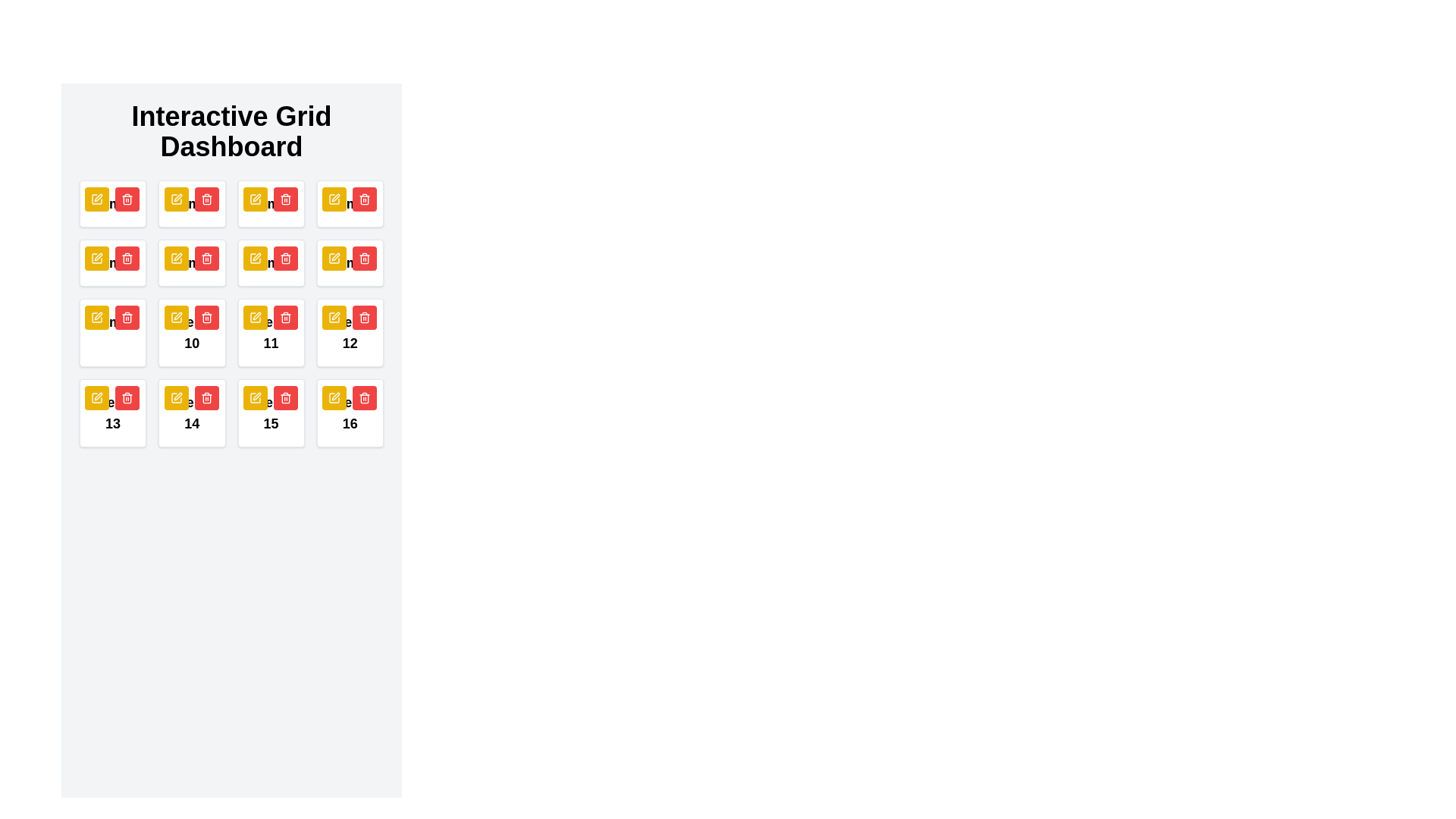 The image size is (1456, 819). Describe the element at coordinates (256, 396) in the screenshot. I see `the edit pen icon, which is a graphical icon resembling a pen located within the grid item labeled '15', near the delete icon` at that location.